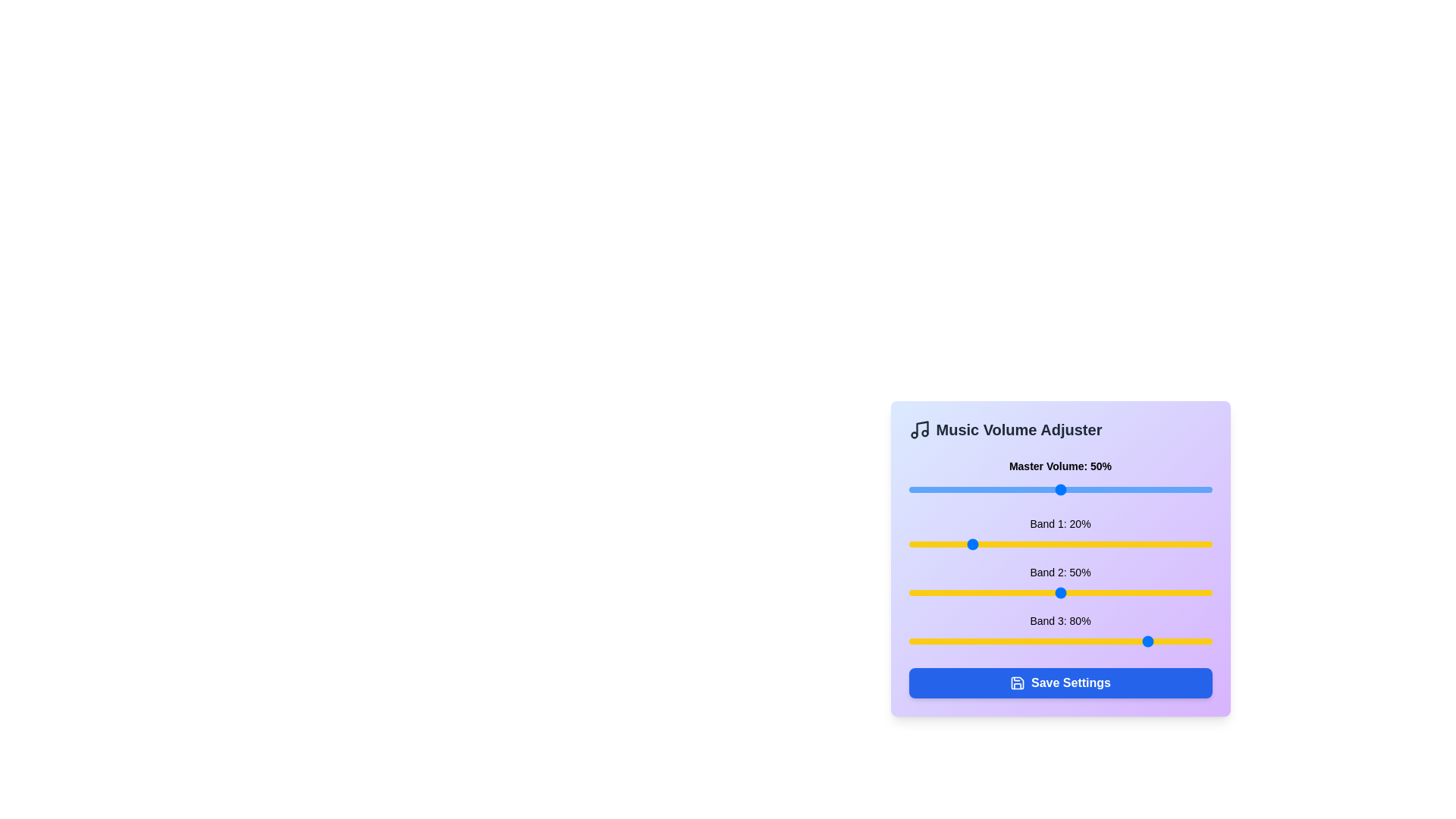 The width and height of the screenshot is (1456, 819). What do you see at coordinates (926, 592) in the screenshot?
I see `'Band 2' value` at bounding box center [926, 592].